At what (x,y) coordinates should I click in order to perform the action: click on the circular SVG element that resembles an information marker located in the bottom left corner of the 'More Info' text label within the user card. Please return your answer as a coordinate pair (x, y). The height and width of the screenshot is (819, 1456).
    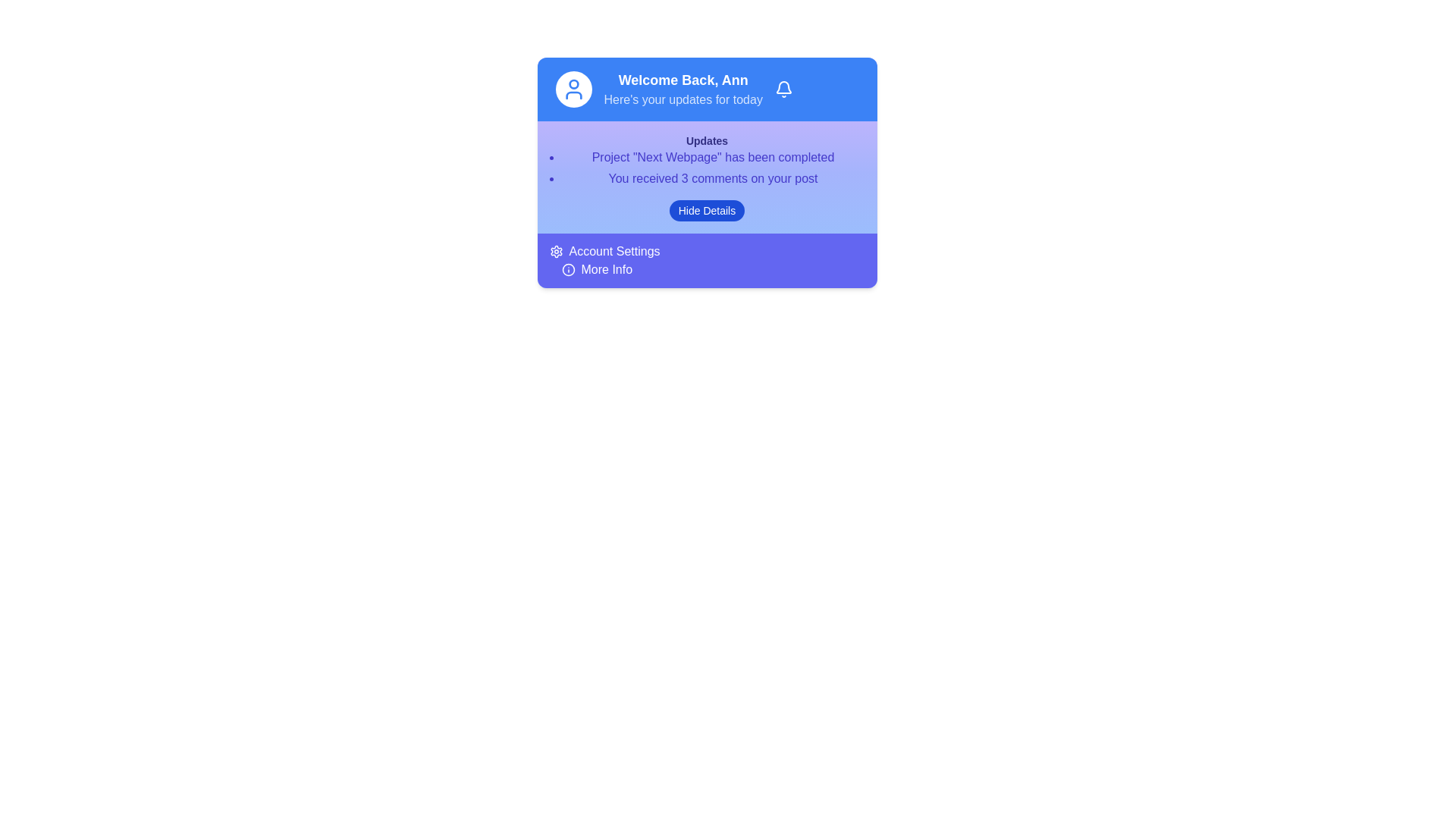
    Looking at the image, I should click on (567, 268).